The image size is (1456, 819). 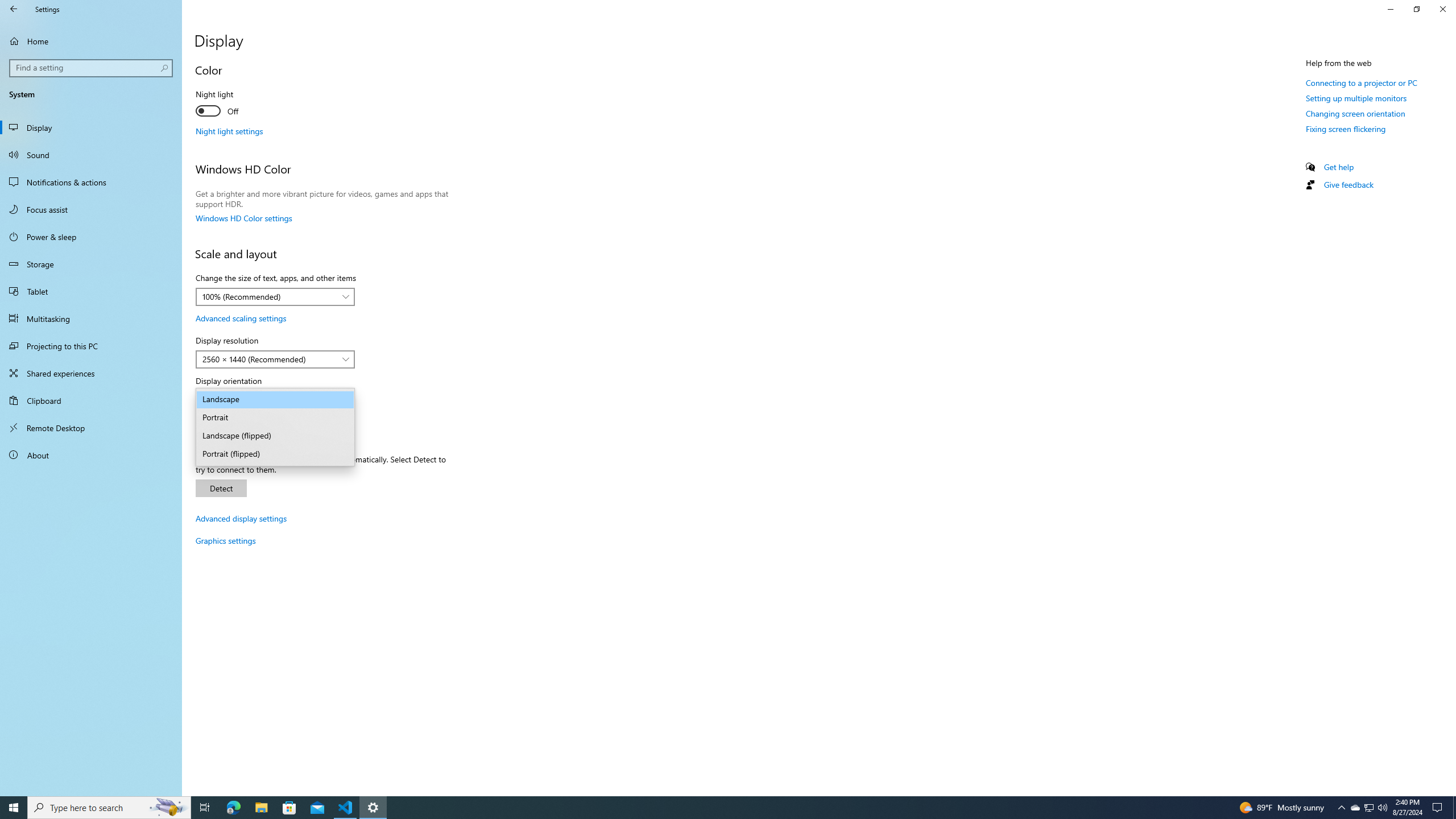 What do you see at coordinates (274, 399) in the screenshot?
I see `'Landscape'` at bounding box center [274, 399].